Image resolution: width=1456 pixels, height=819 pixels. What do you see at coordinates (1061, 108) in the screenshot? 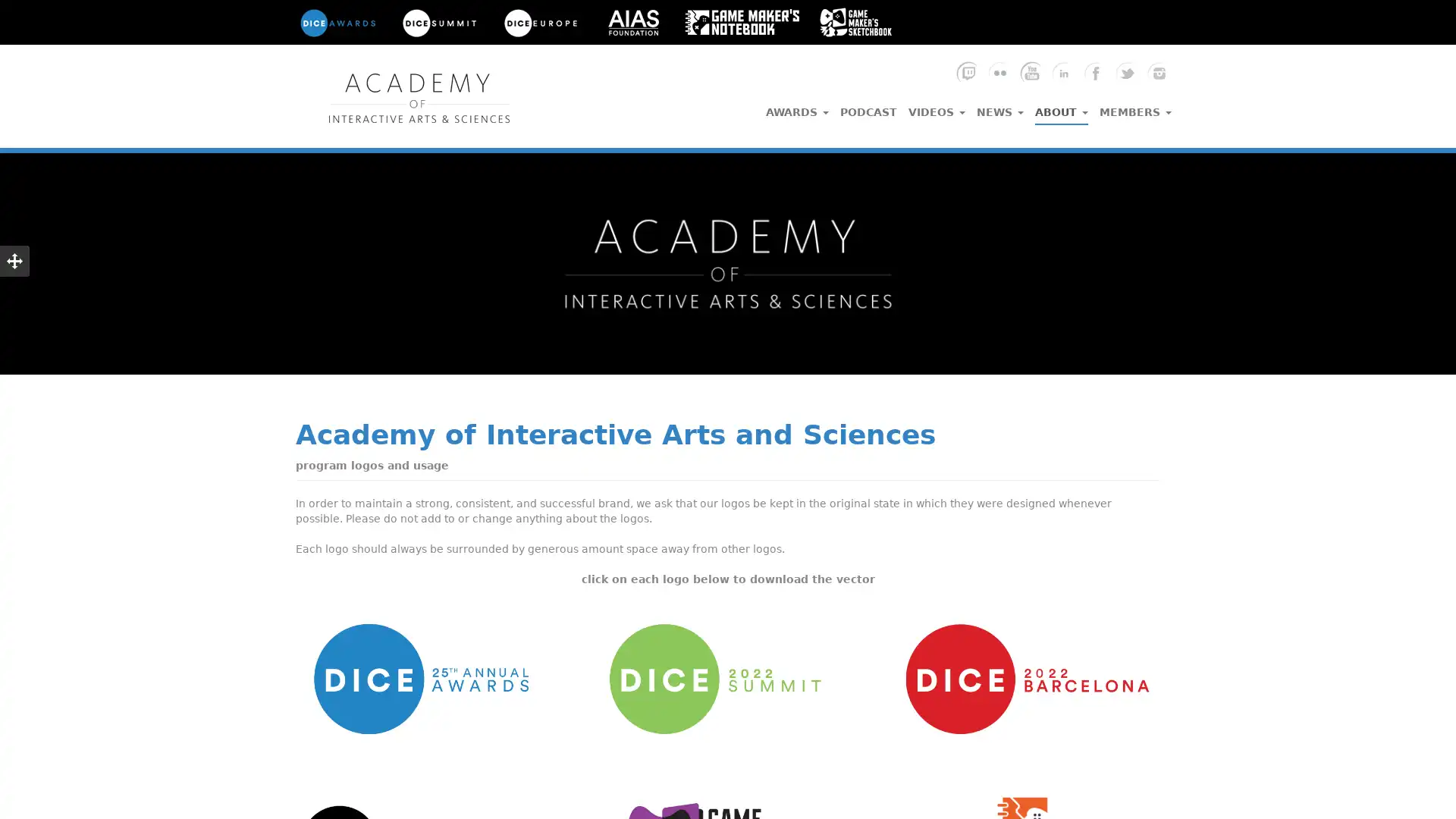
I see `ABOUT` at bounding box center [1061, 108].